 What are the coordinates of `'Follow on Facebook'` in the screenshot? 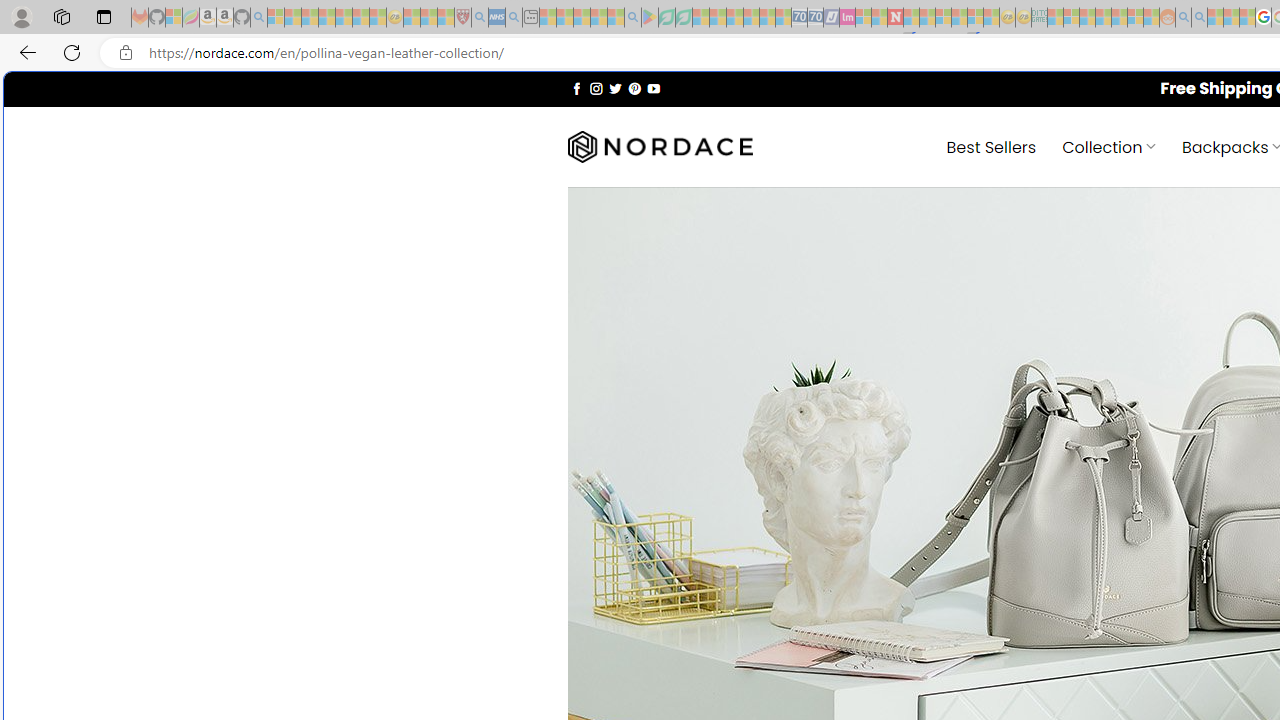 It's located at (576, 87).